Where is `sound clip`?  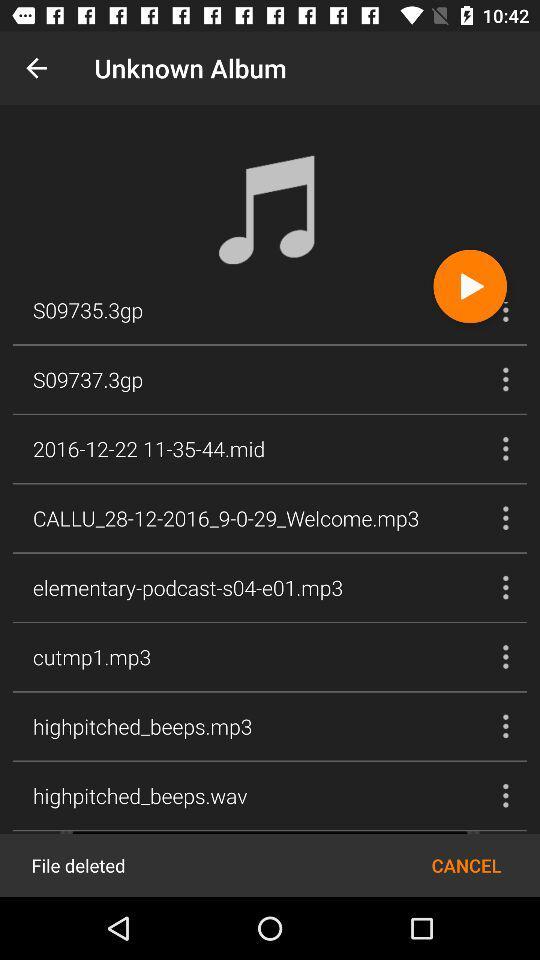 sound clip is located at coordinates (470, 285).